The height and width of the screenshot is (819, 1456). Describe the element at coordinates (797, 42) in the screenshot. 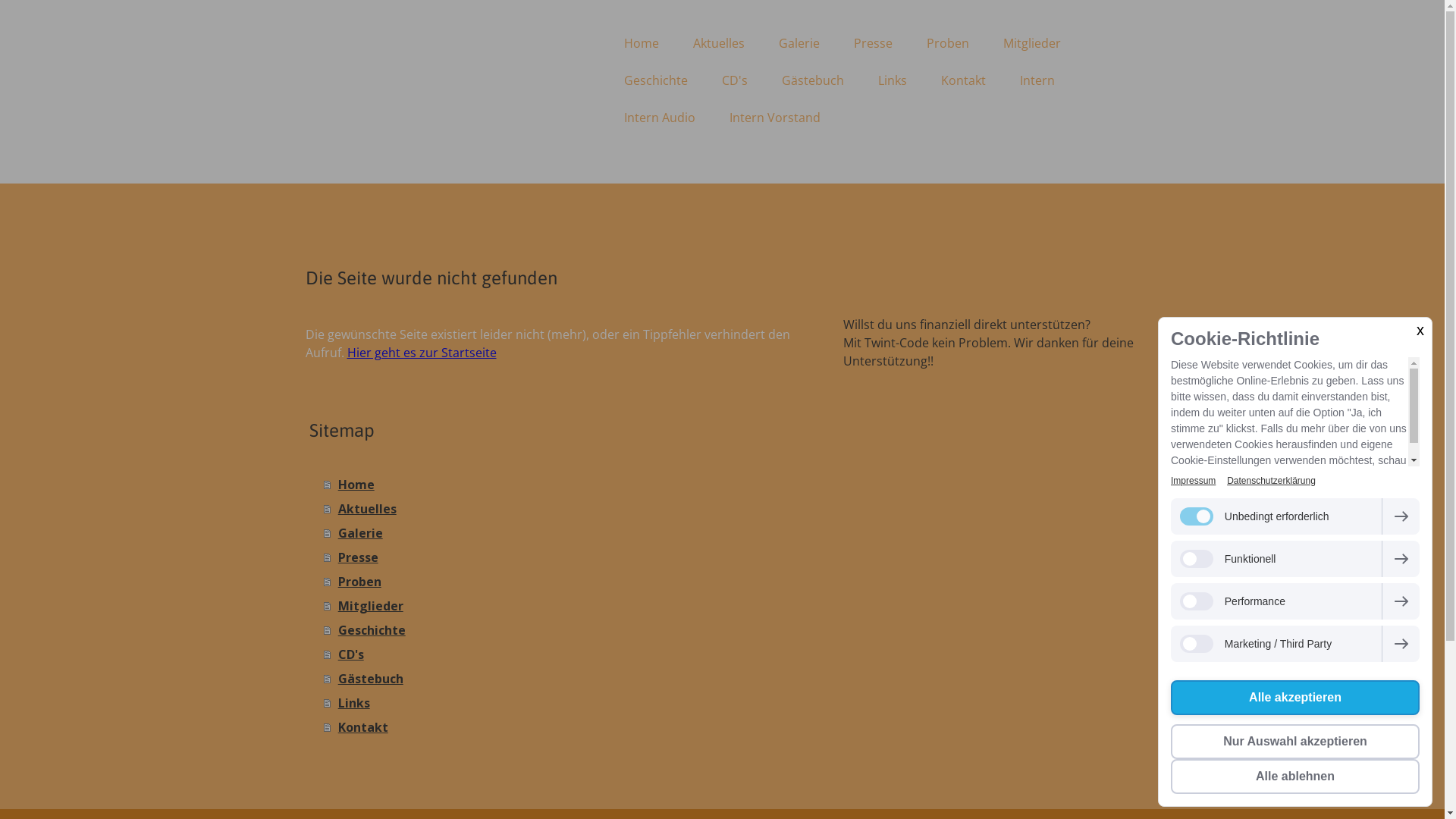

I see `'Galerie'` at that location.